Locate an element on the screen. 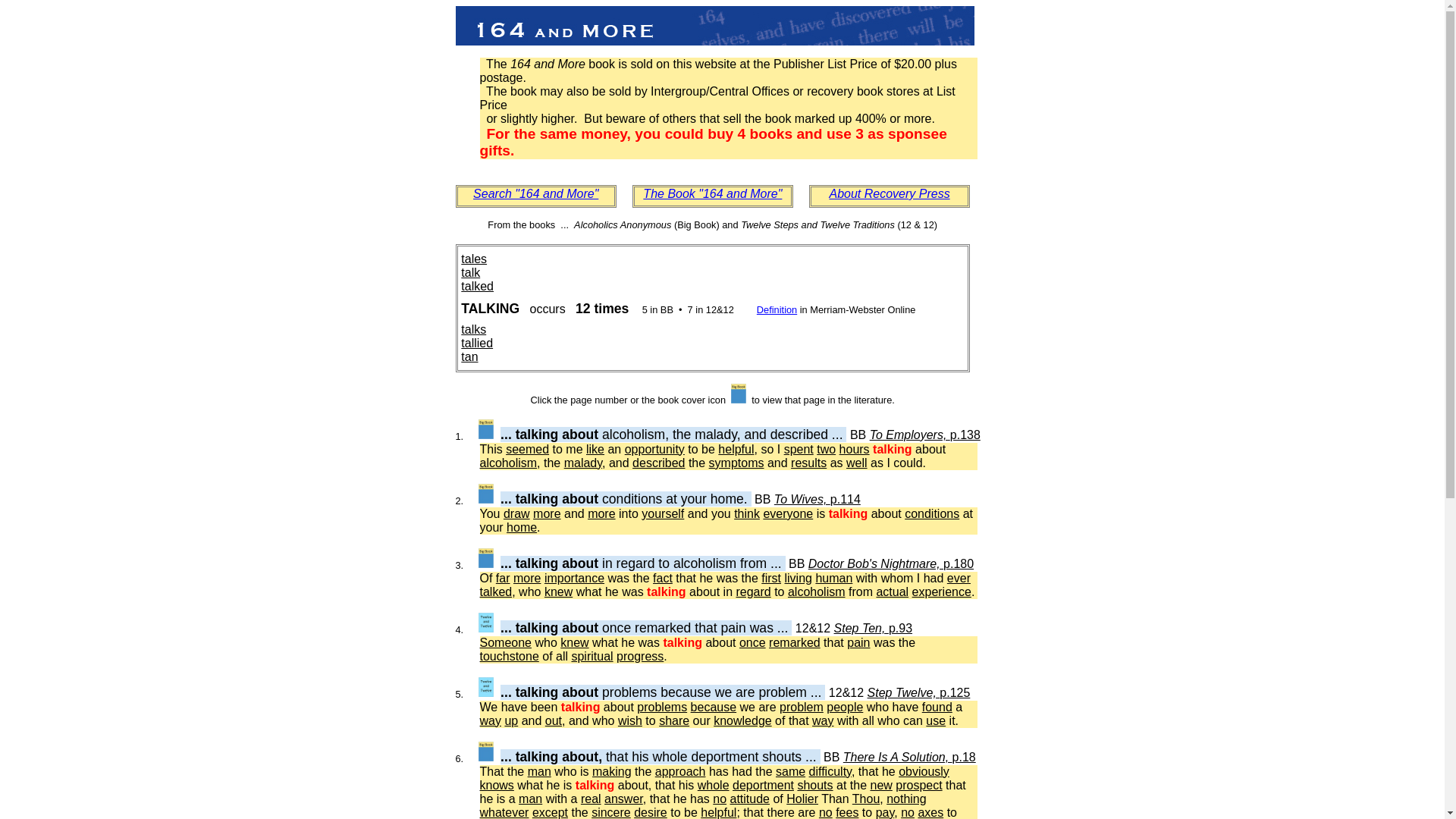 The width and height of the screenshot is (1456, 819). 'deportment' is located at coordinates (763, 785).